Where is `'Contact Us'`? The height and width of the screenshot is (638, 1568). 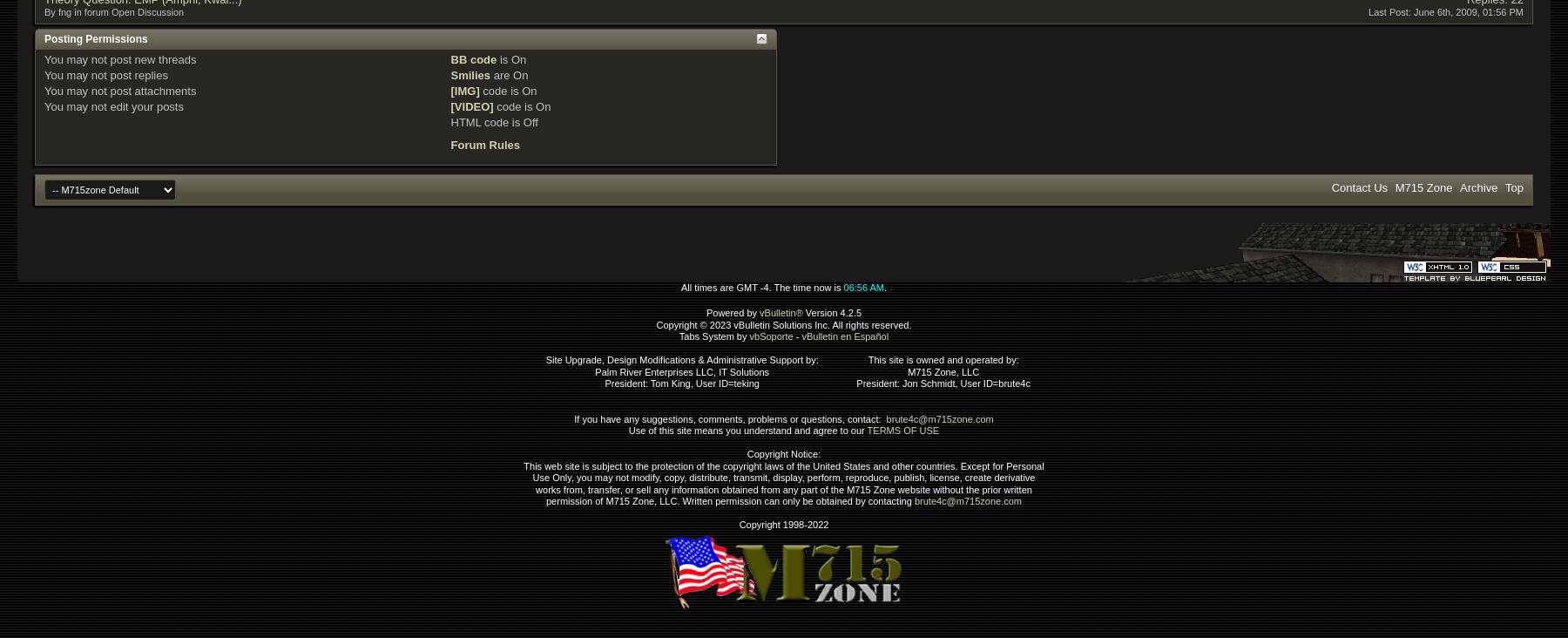 'Contact Us' is located at coordinates (1359, 186).